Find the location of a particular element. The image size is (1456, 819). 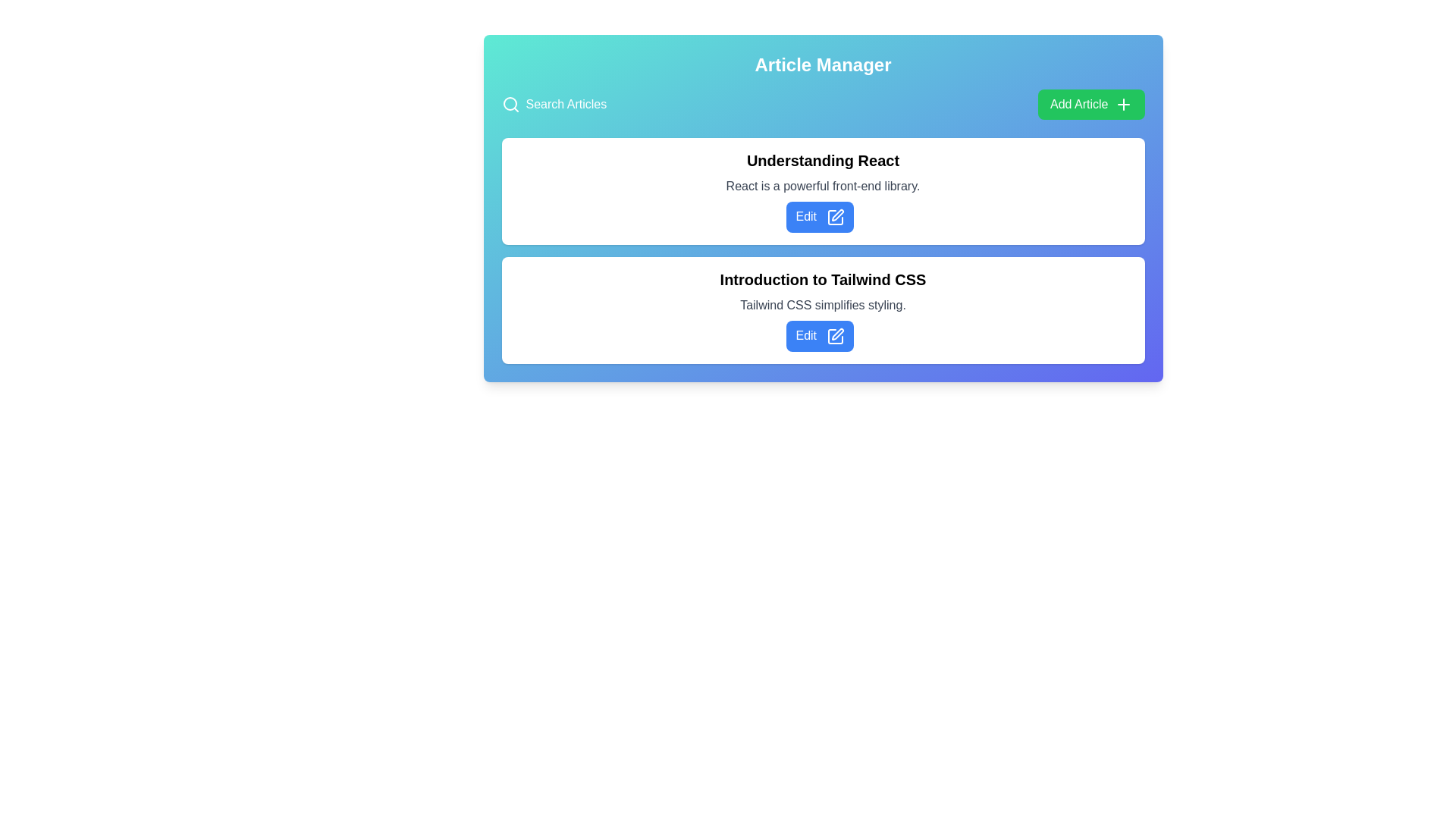

the informational text element that provides a brief explanation about Tailwind CSS, located below the title 'Introduction to Tailwind CSS' and above the 'Edit' button is located at coordinates (822, 305).